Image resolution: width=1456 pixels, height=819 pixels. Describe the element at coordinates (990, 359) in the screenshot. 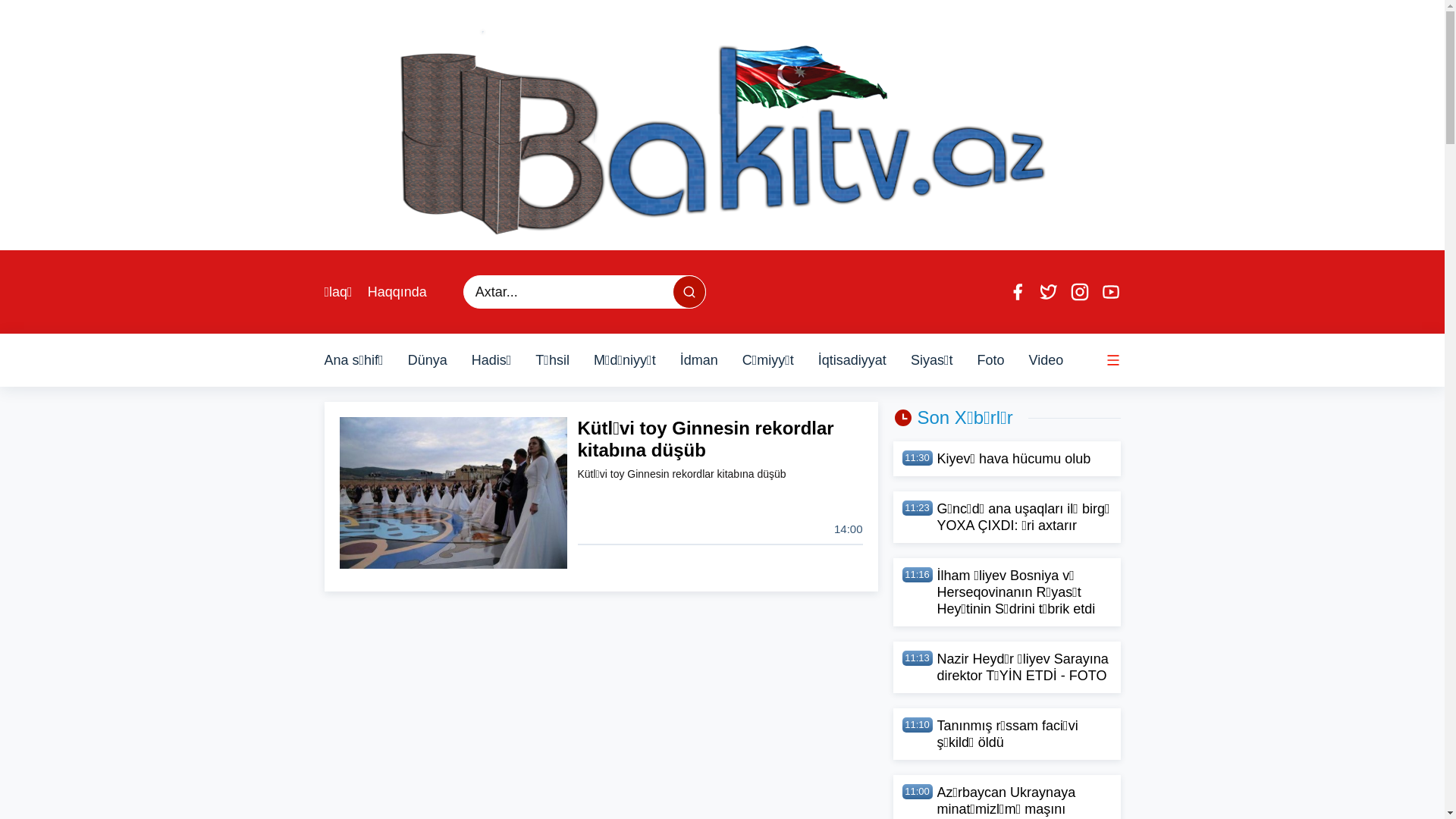

I see `'Foto'` at that location.